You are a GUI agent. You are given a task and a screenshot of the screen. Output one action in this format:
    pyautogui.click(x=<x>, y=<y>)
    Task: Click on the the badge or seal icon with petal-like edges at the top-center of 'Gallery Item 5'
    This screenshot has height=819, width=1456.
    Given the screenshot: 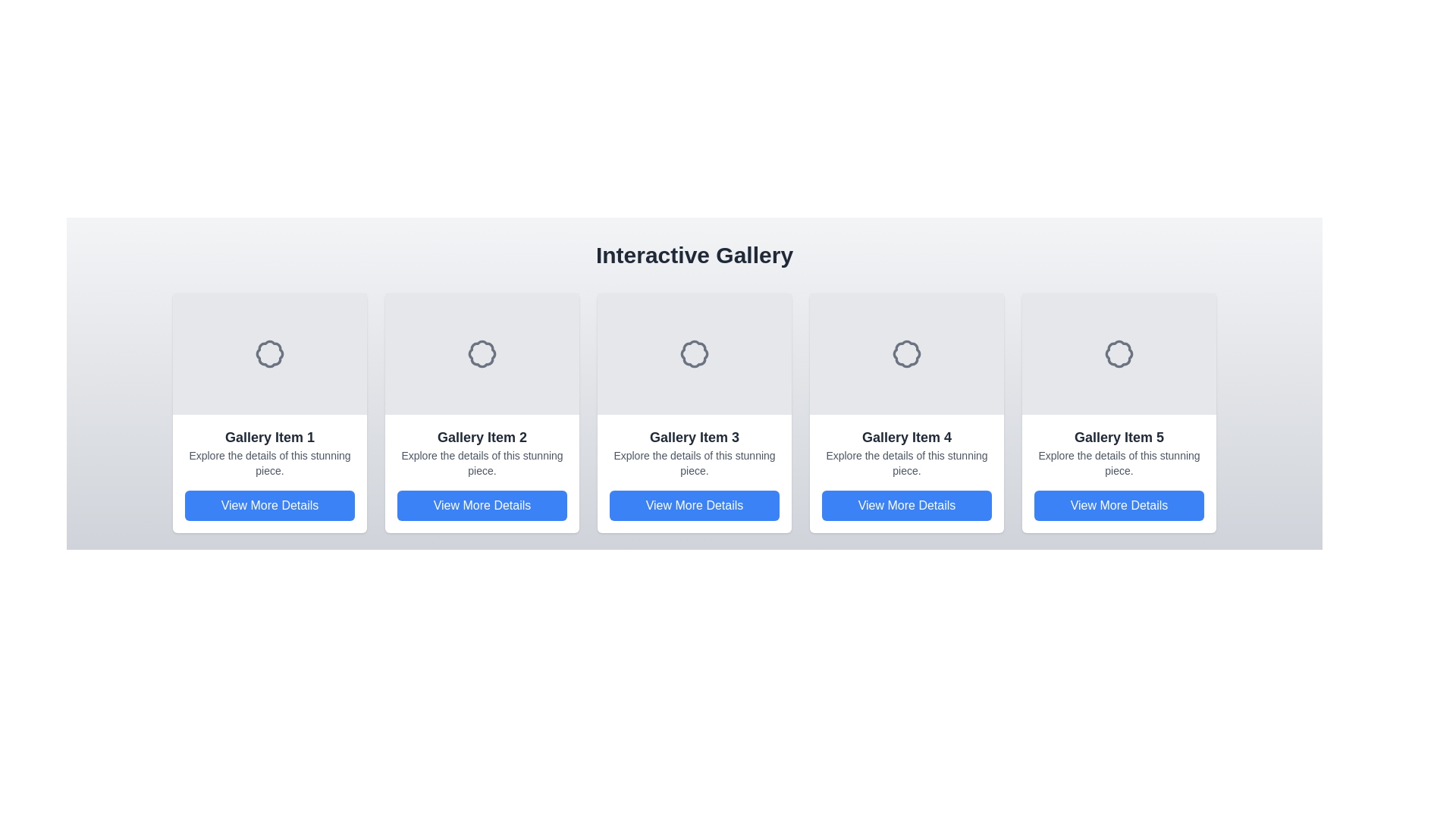 What is the action you would take?
    pyautogui.click(x=1119, y=353)
    